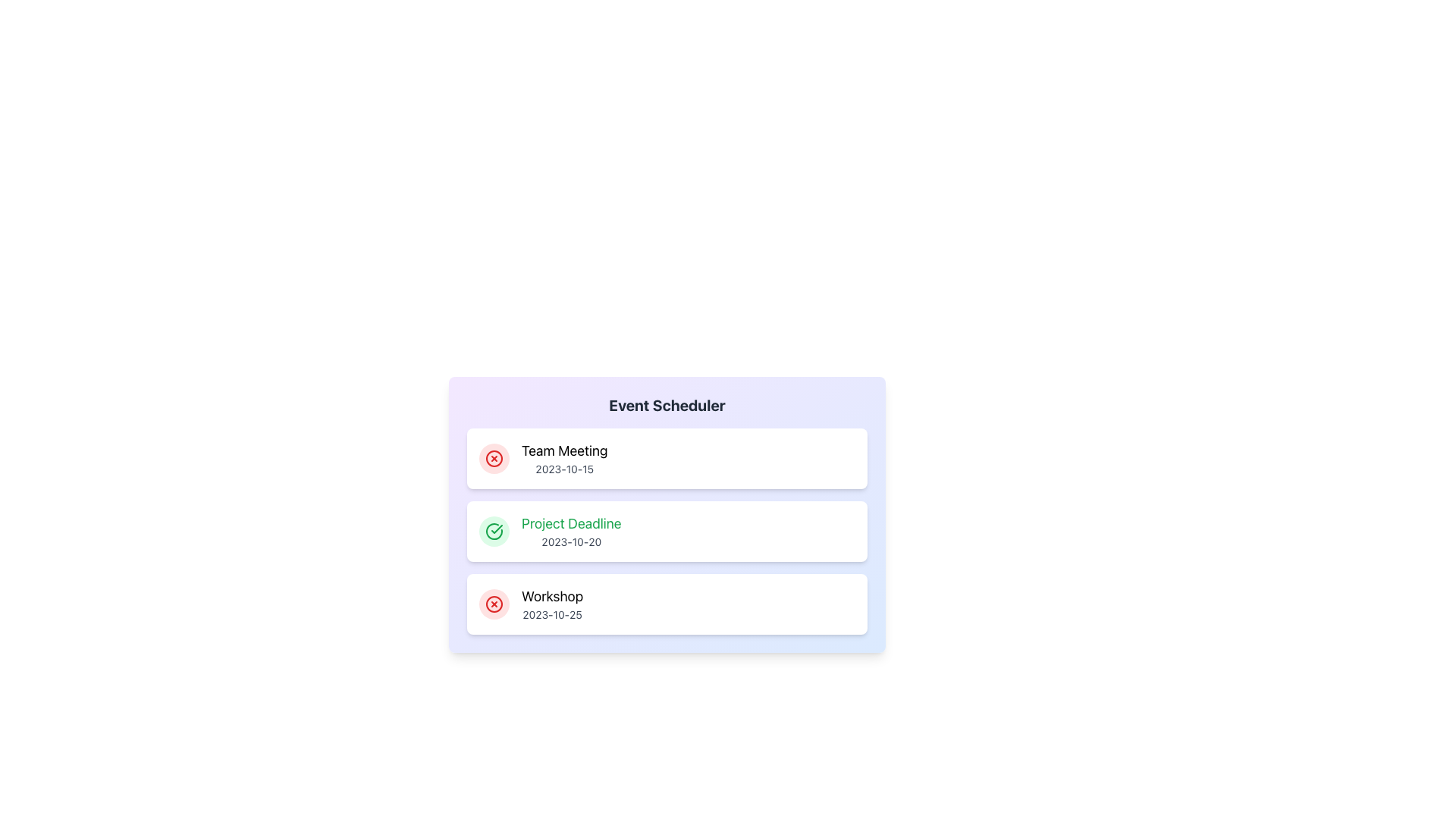  What do you see at coordinates (494, 531) in the screenshot?
I see `the visual representation of the approval icon located next to the text 'Project Deadline' in the 'Event Scheduler' list` at bounding box center [494, 531].